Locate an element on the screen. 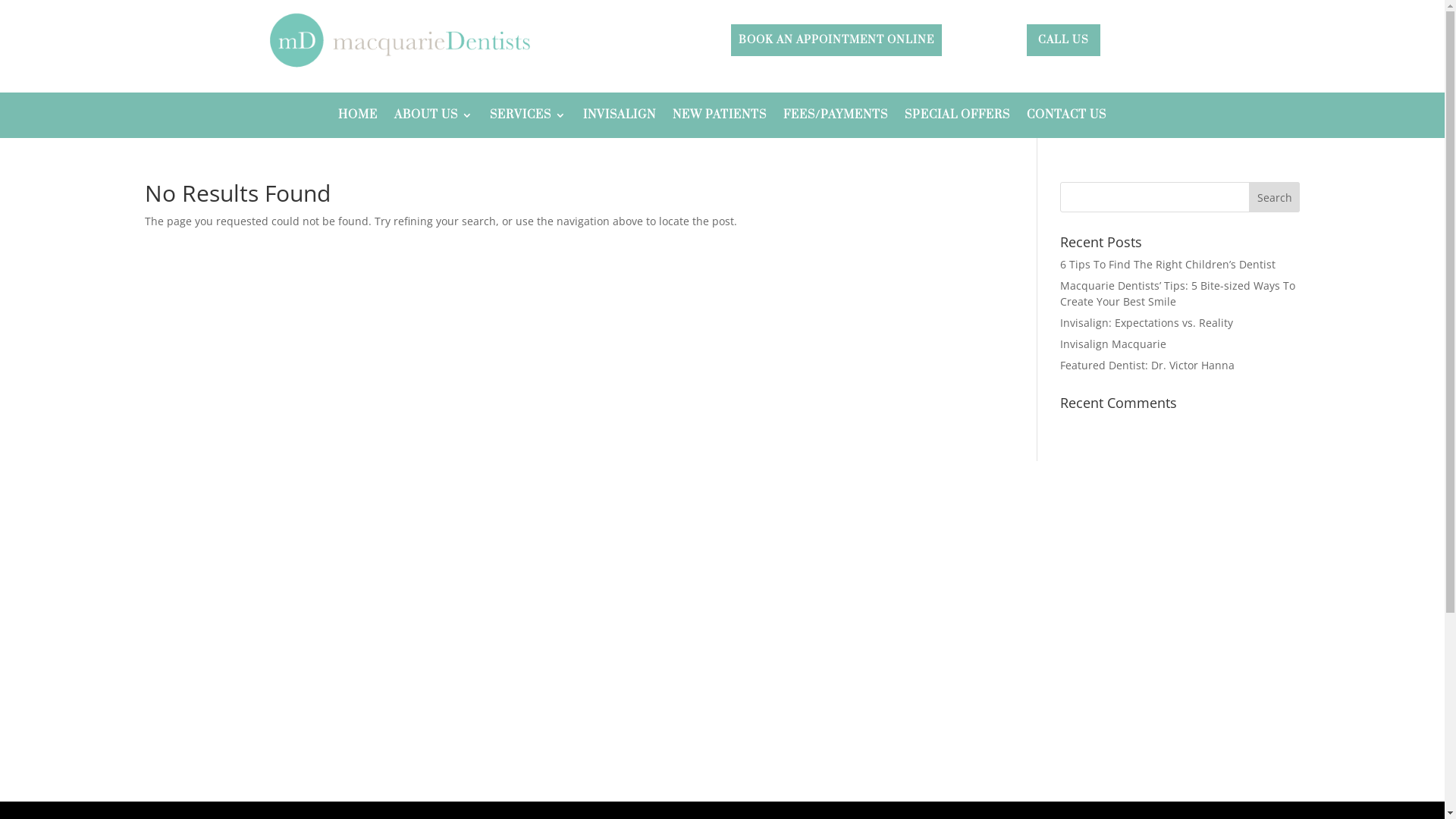 The image size is (1456, 819). 'CONTACT US' is located at coordinates (1026, 117).